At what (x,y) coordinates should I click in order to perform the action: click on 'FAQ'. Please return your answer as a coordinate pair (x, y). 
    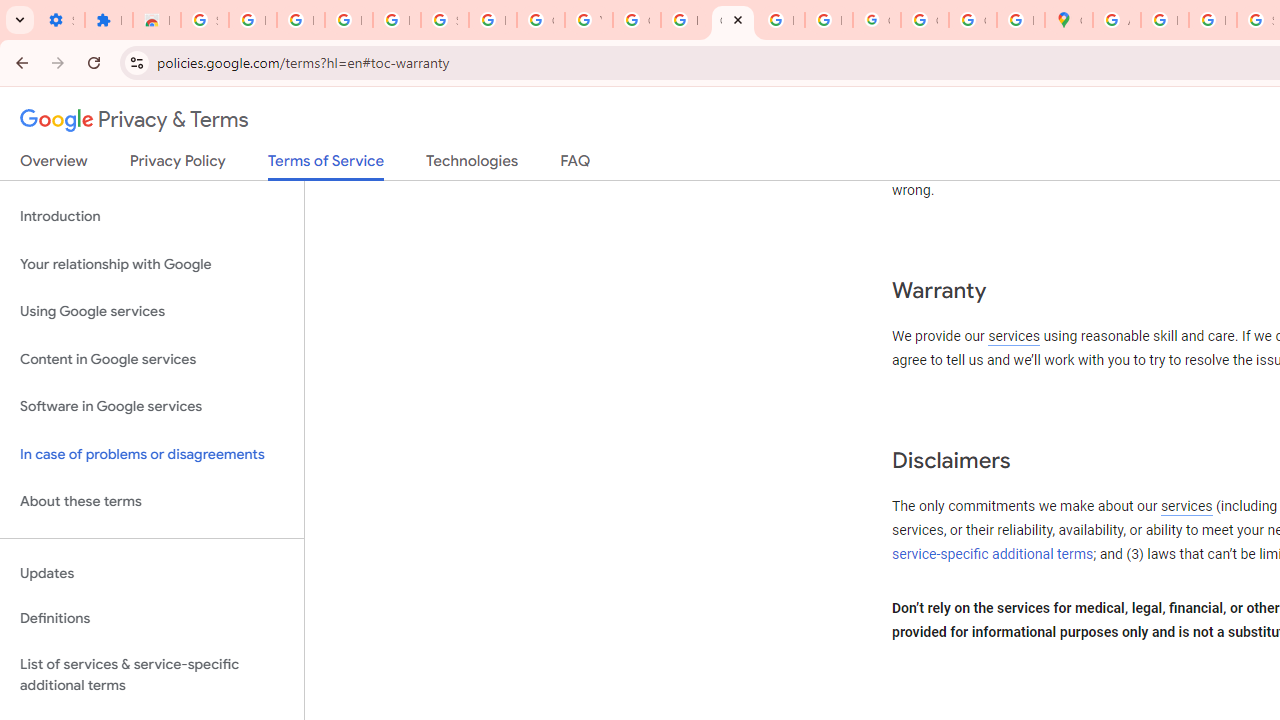
    Looking at the image, I should click on (575, 164).